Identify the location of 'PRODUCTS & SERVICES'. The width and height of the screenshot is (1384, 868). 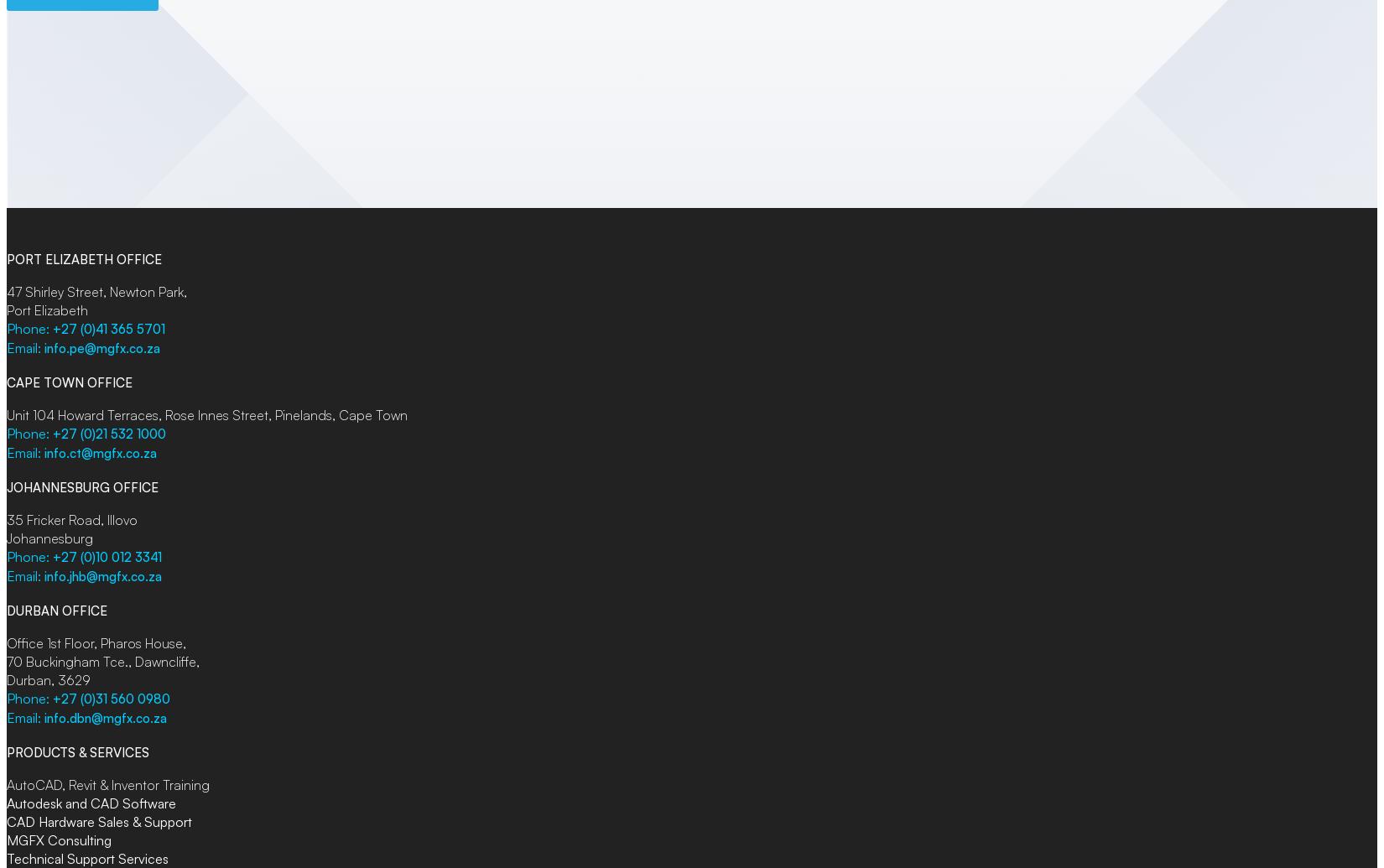
(78, 751).